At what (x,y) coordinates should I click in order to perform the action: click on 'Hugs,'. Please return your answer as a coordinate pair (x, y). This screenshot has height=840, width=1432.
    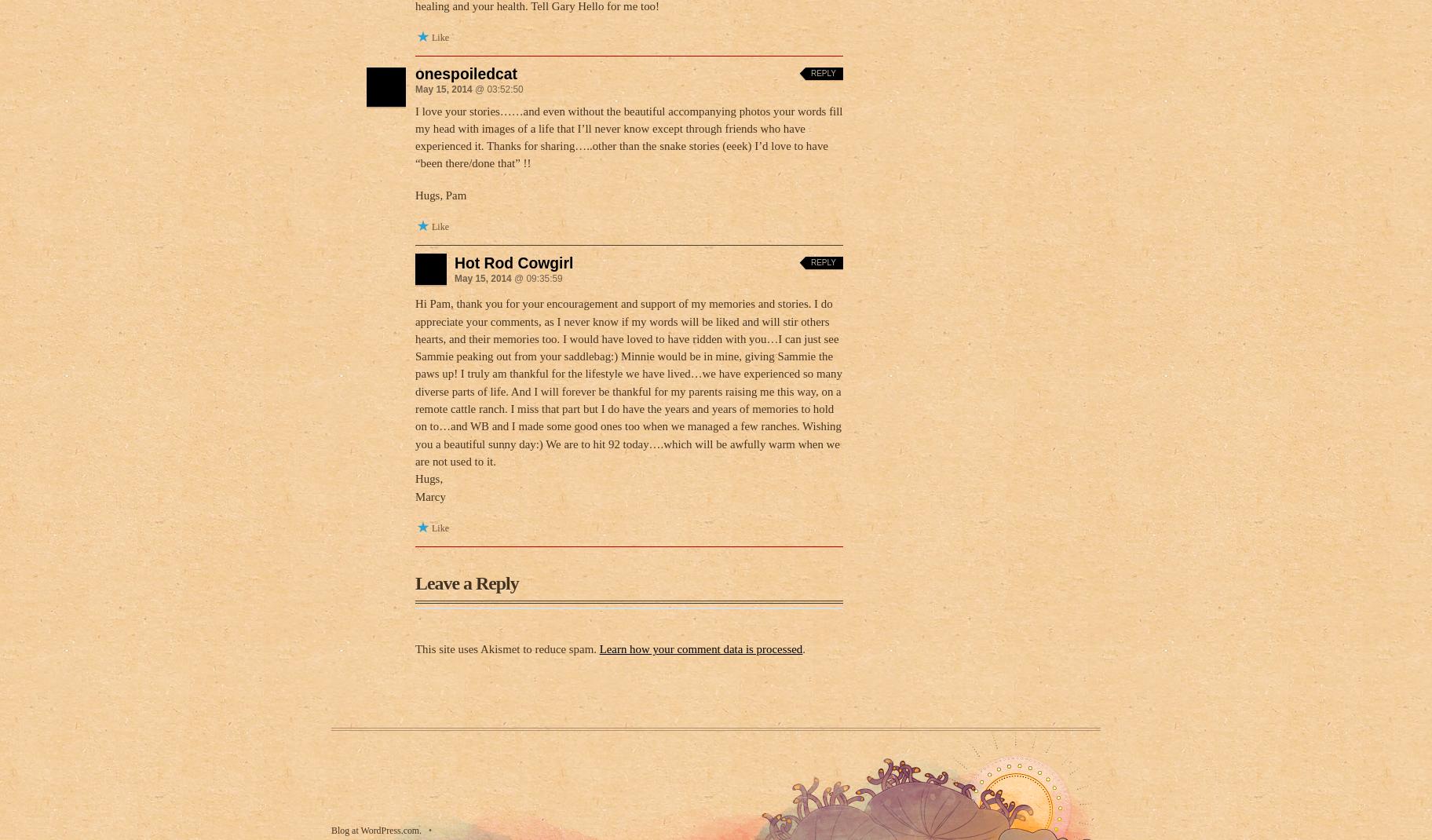
    Looking at the image, I should click on (428, 478).